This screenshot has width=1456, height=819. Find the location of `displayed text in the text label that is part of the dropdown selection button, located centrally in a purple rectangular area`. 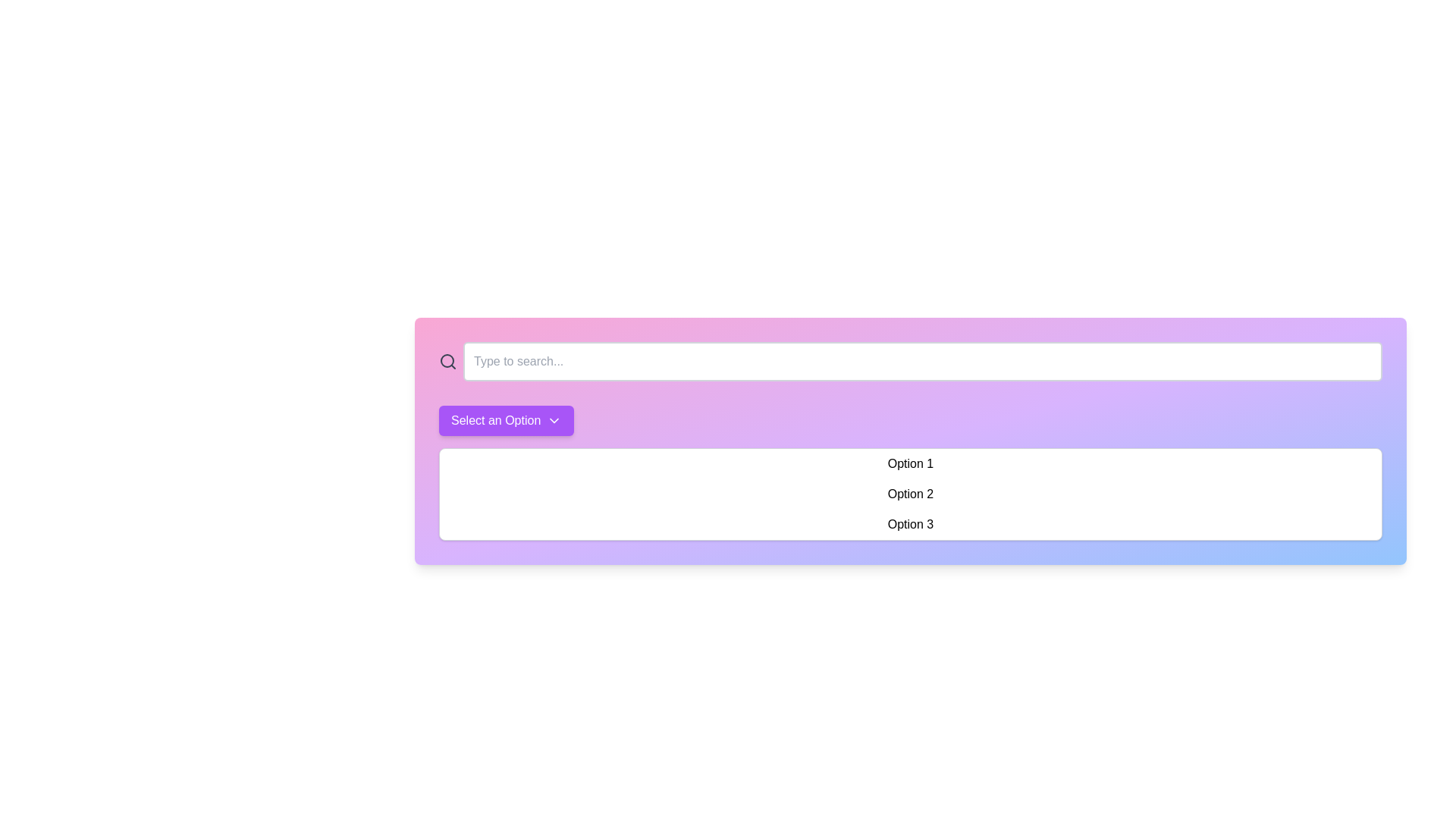

displayed text in the text label that is part of the dropdown selection button, located centrally in a purple rectangular area is located at coordinates (496, 421).